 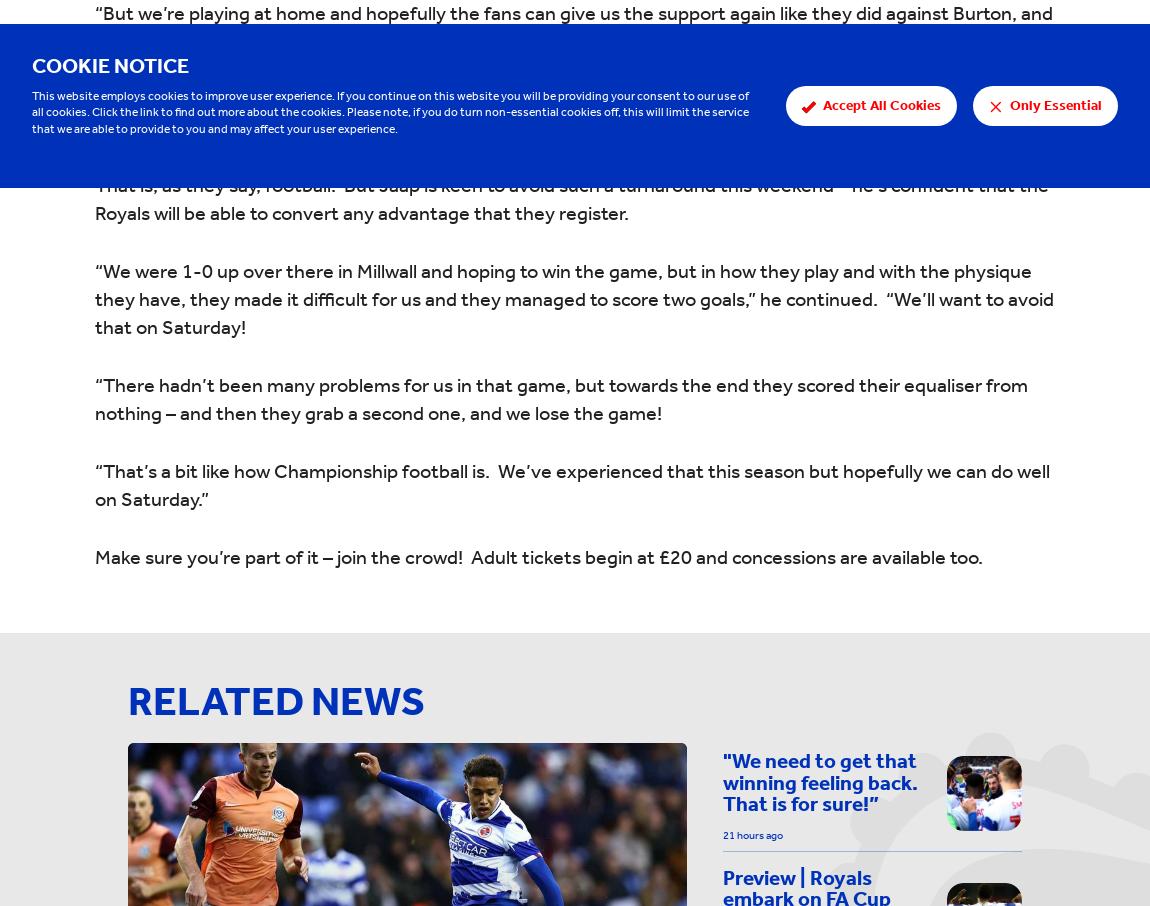 What do you see at coordinates (720, 781) in the screenshot?
I see `'"We need to get that winning feeling back. That is for sure!”'` at bounding box center [720, 781].